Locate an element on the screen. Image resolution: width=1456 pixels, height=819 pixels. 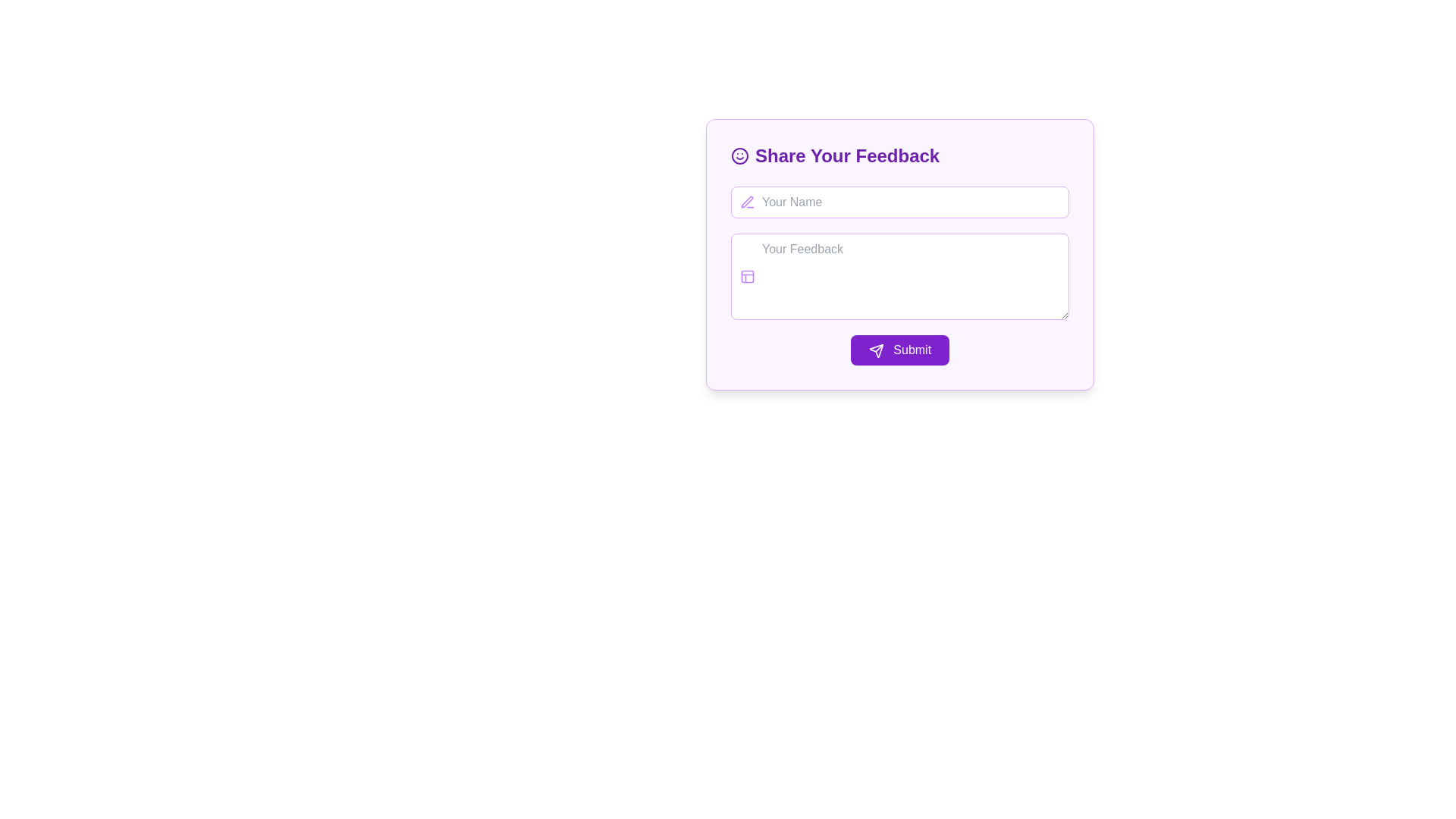
the primary circular element of the smiley face icon used for indicating sentiment is located at coordinates (739, 155).